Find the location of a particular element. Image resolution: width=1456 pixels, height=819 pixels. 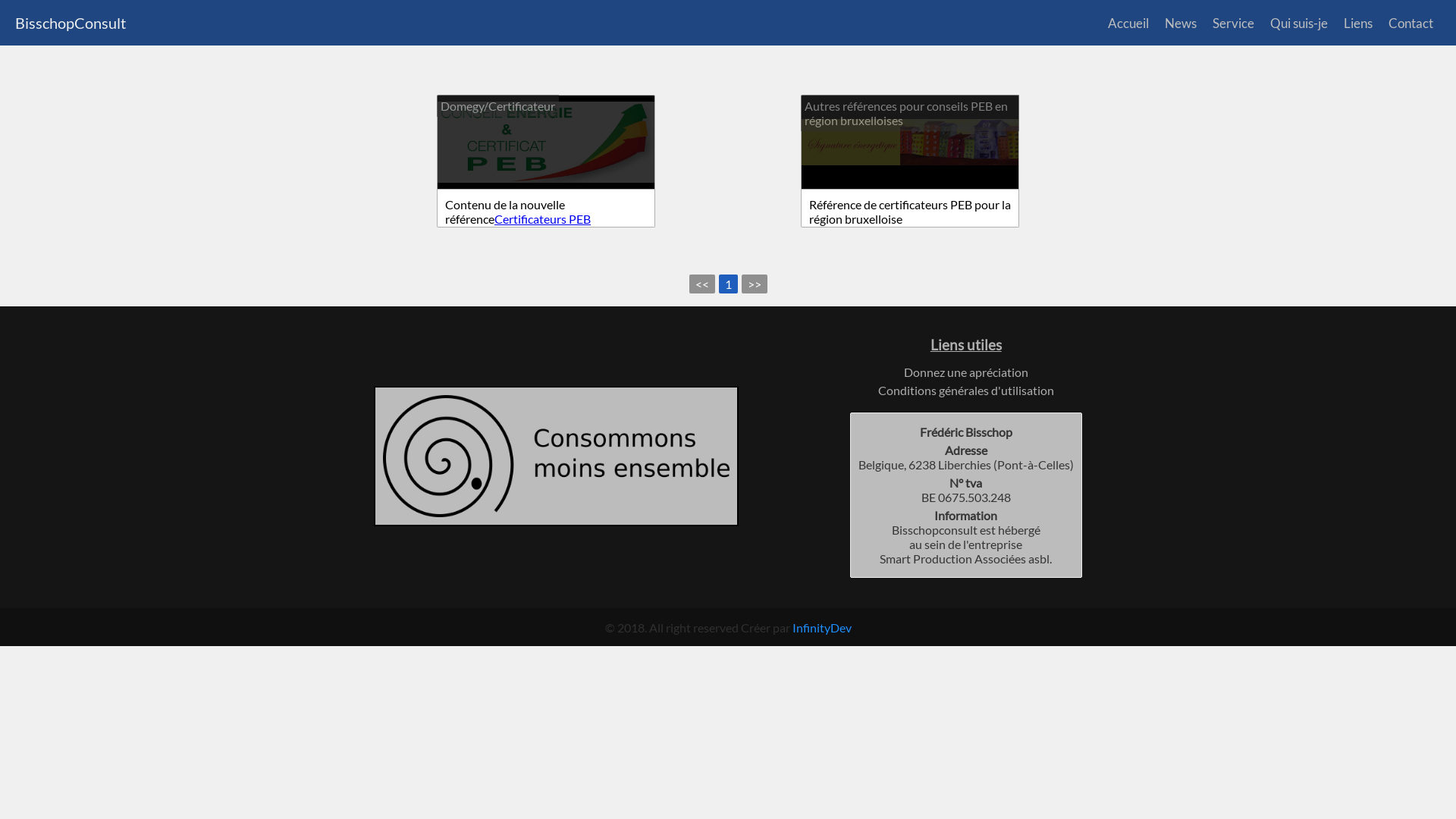

'BisschopConsult' is located at coordinates (69, 23).